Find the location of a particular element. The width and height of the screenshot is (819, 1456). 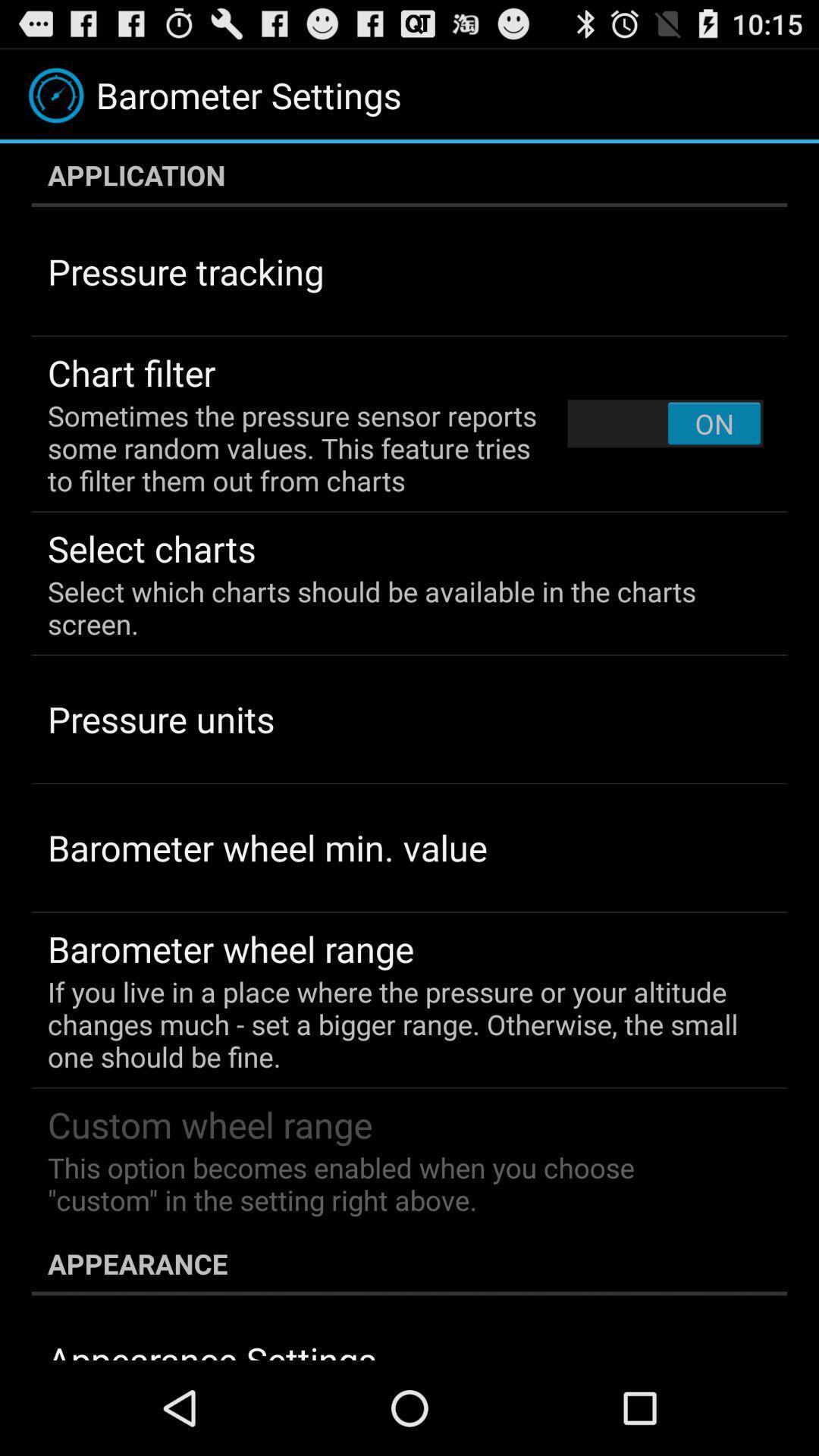

icon below the barometer wheel range is located at coordinates (398, 1024).